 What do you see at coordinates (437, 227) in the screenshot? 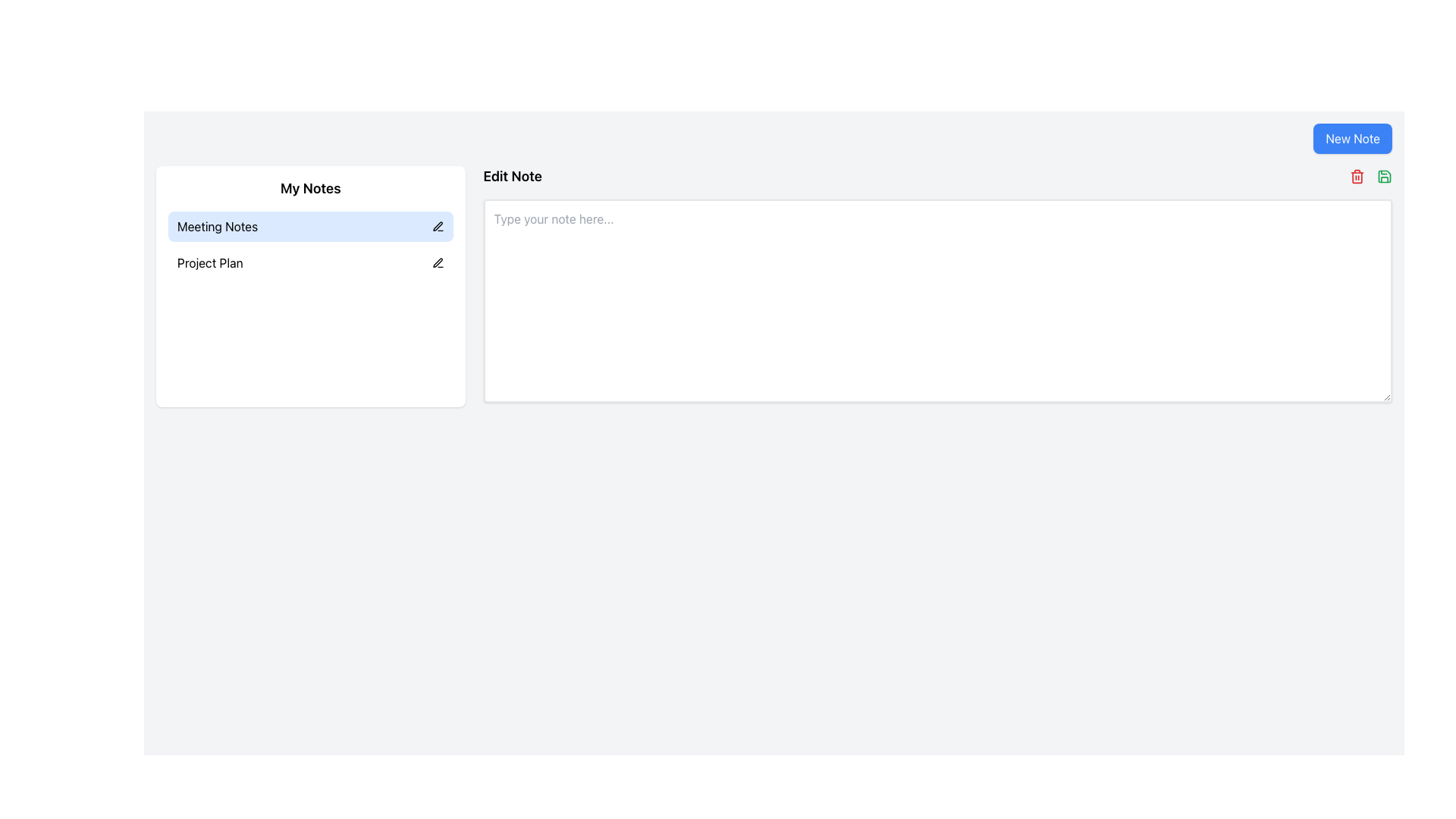
I see `the small pen icon located to the right of the 'Meeting Notes' text to trigger a tooltip` at bounding box center [437, 227].